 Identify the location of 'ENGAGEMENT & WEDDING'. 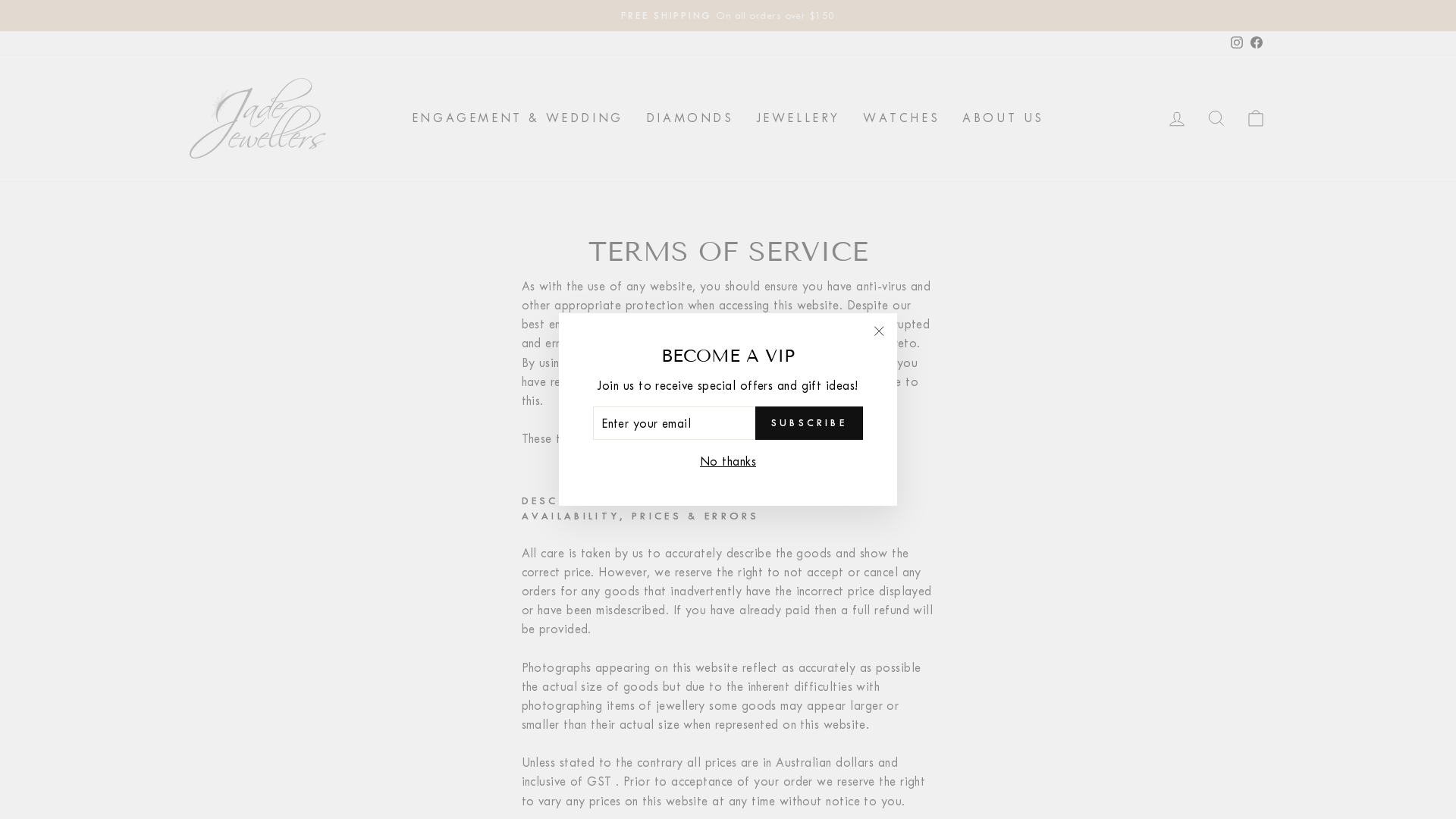
(517, 117).